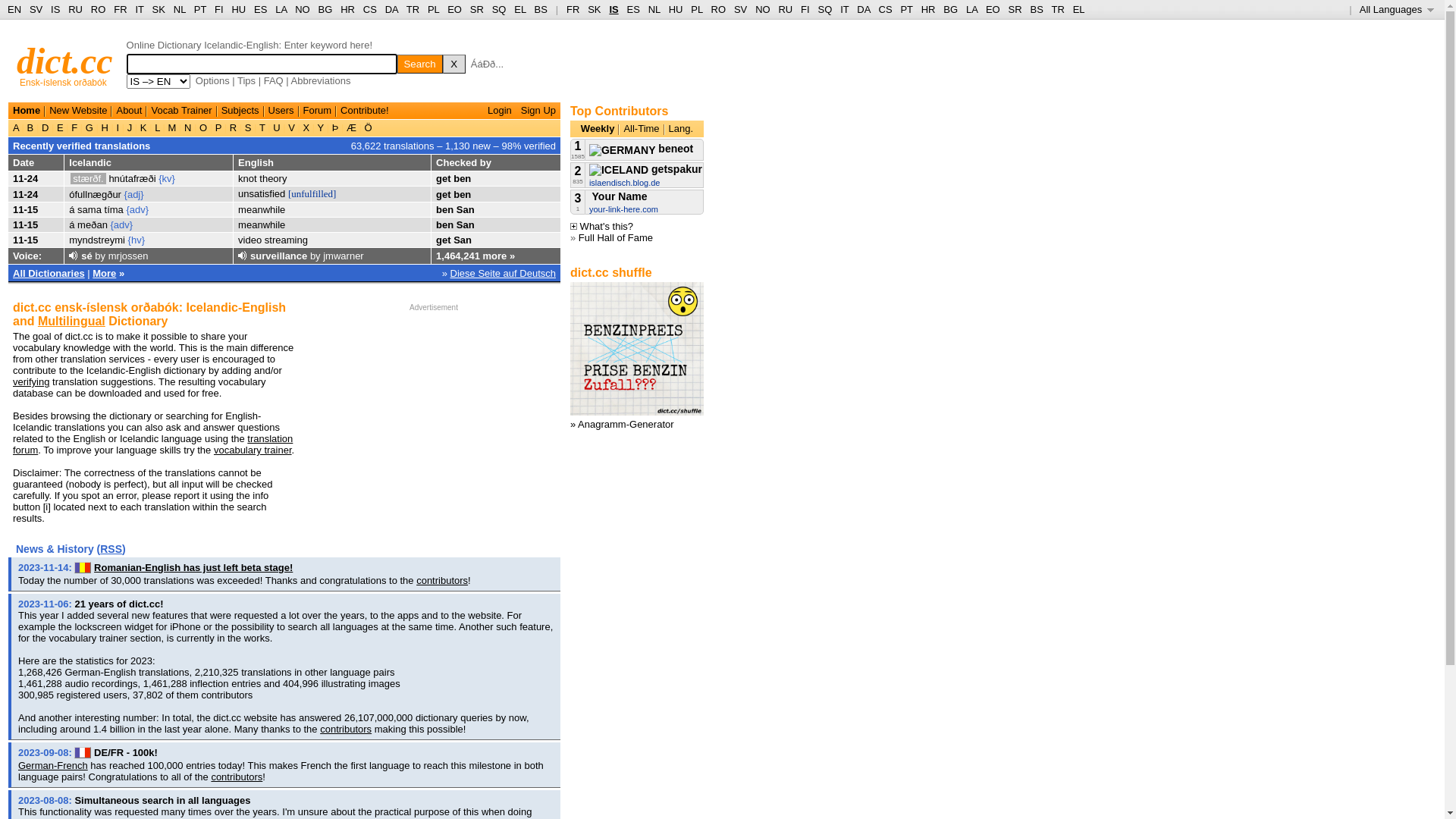 This screenshot has height=819, width=1456. Describe the element at coordinates (55, 9) in the screenshot. I see `'IS'` at that location.